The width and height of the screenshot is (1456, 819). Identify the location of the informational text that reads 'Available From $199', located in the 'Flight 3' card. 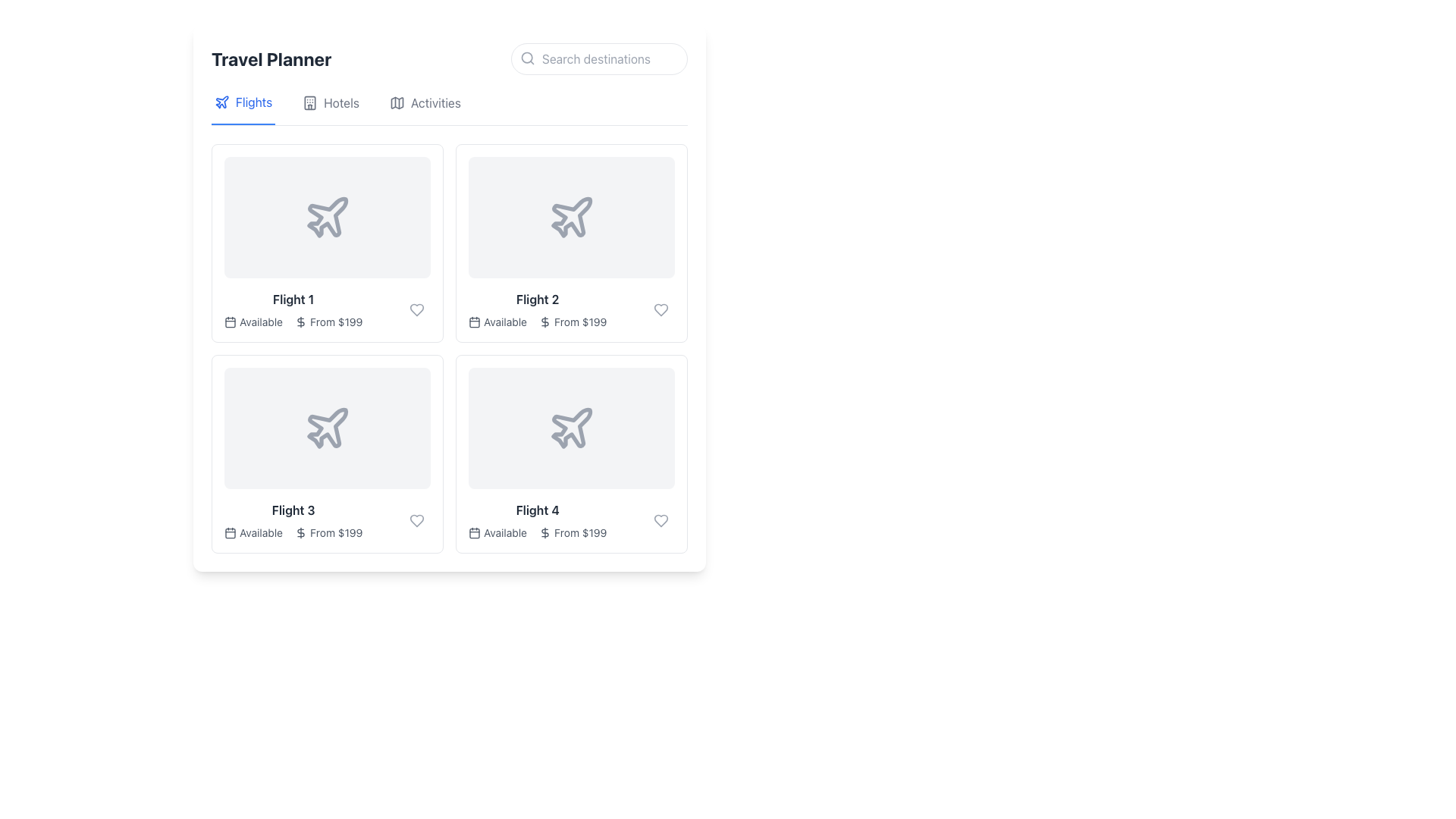
(293, 532).